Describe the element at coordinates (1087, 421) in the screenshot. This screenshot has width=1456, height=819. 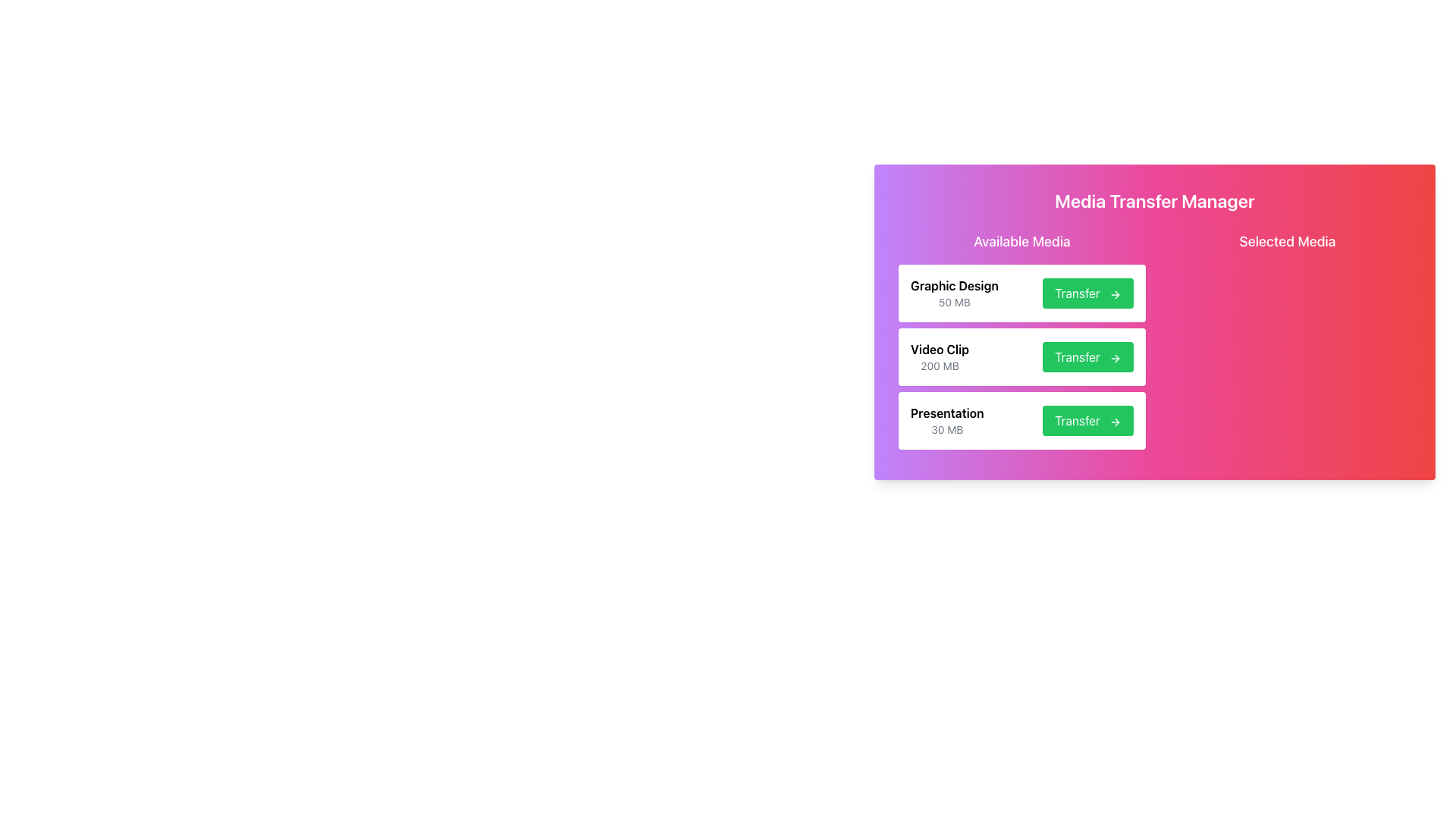
I see `the 'Transfer' button with a green background and white text located in the 'Media Transfer Manager' section to trigger additional effects` at that location.